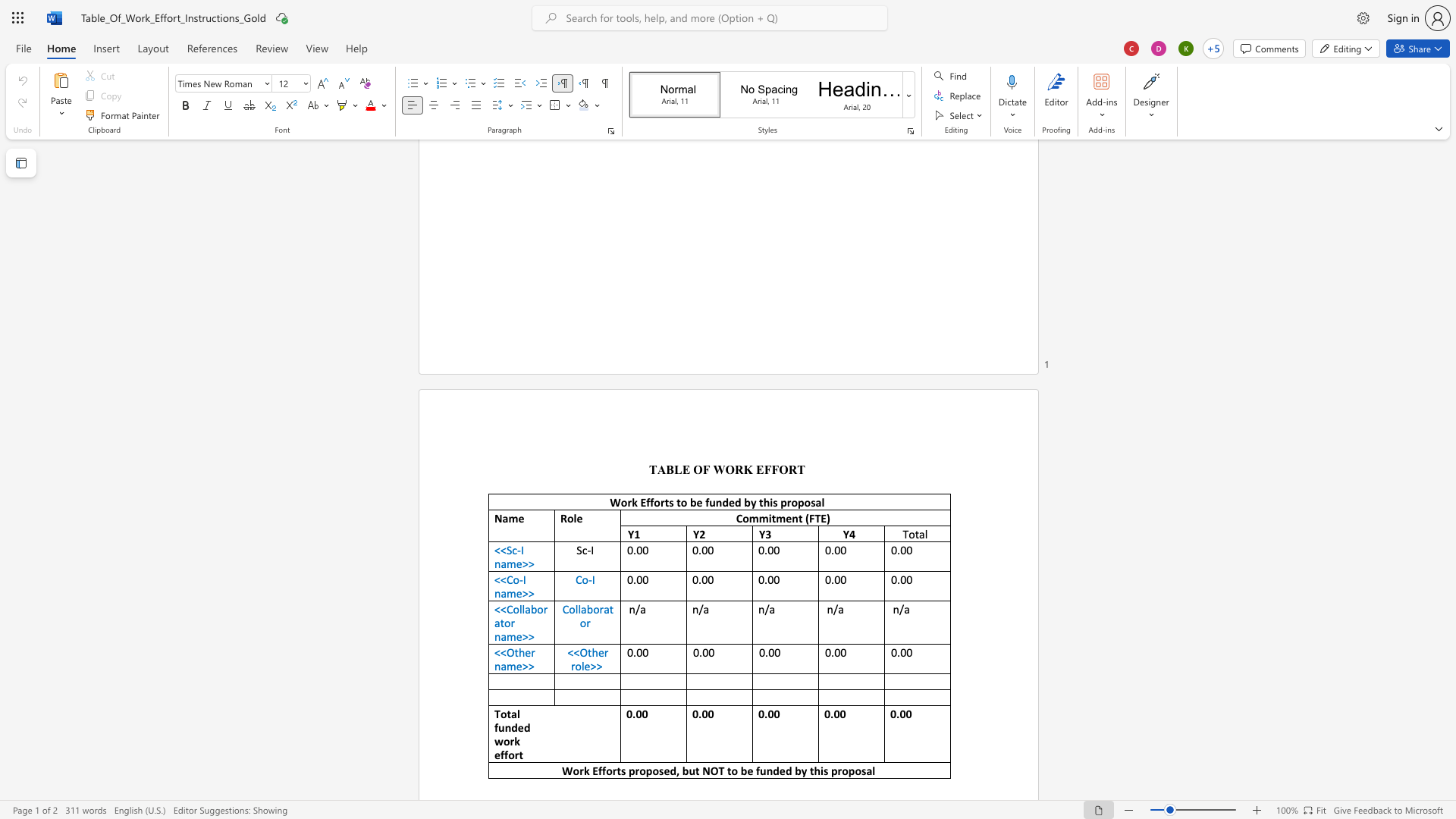  I want to click on the space between the continuous character "t" and "s" in the text, so click(668, 502).